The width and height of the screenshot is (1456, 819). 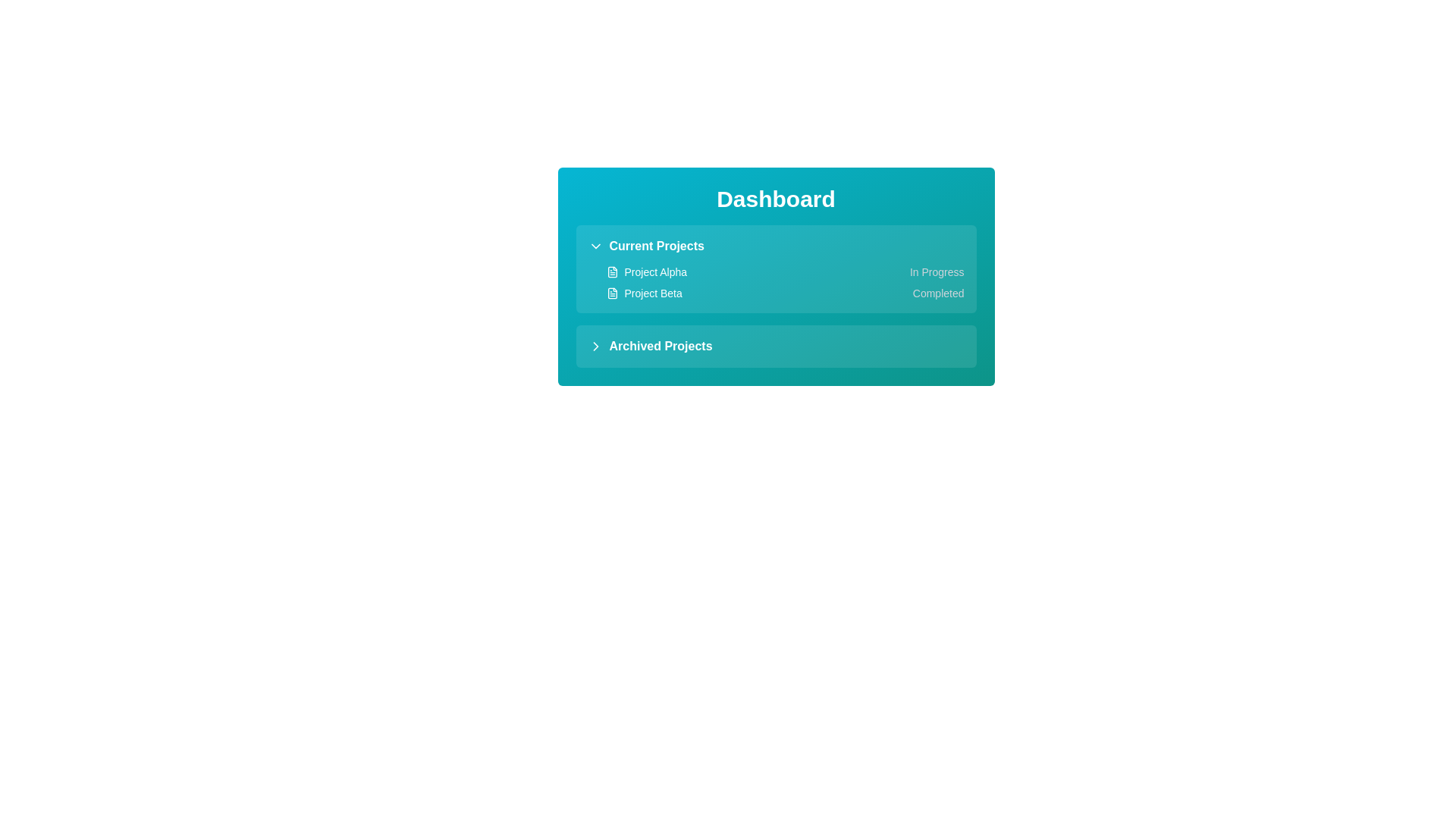 What do you see at coordinates (657, 245) in the screenshot?
I see `the 'Current Projects' text label, which is prominently styled in bold font and located in the top left section of the 'Dashboard' card` at bounding box center [657, 245].